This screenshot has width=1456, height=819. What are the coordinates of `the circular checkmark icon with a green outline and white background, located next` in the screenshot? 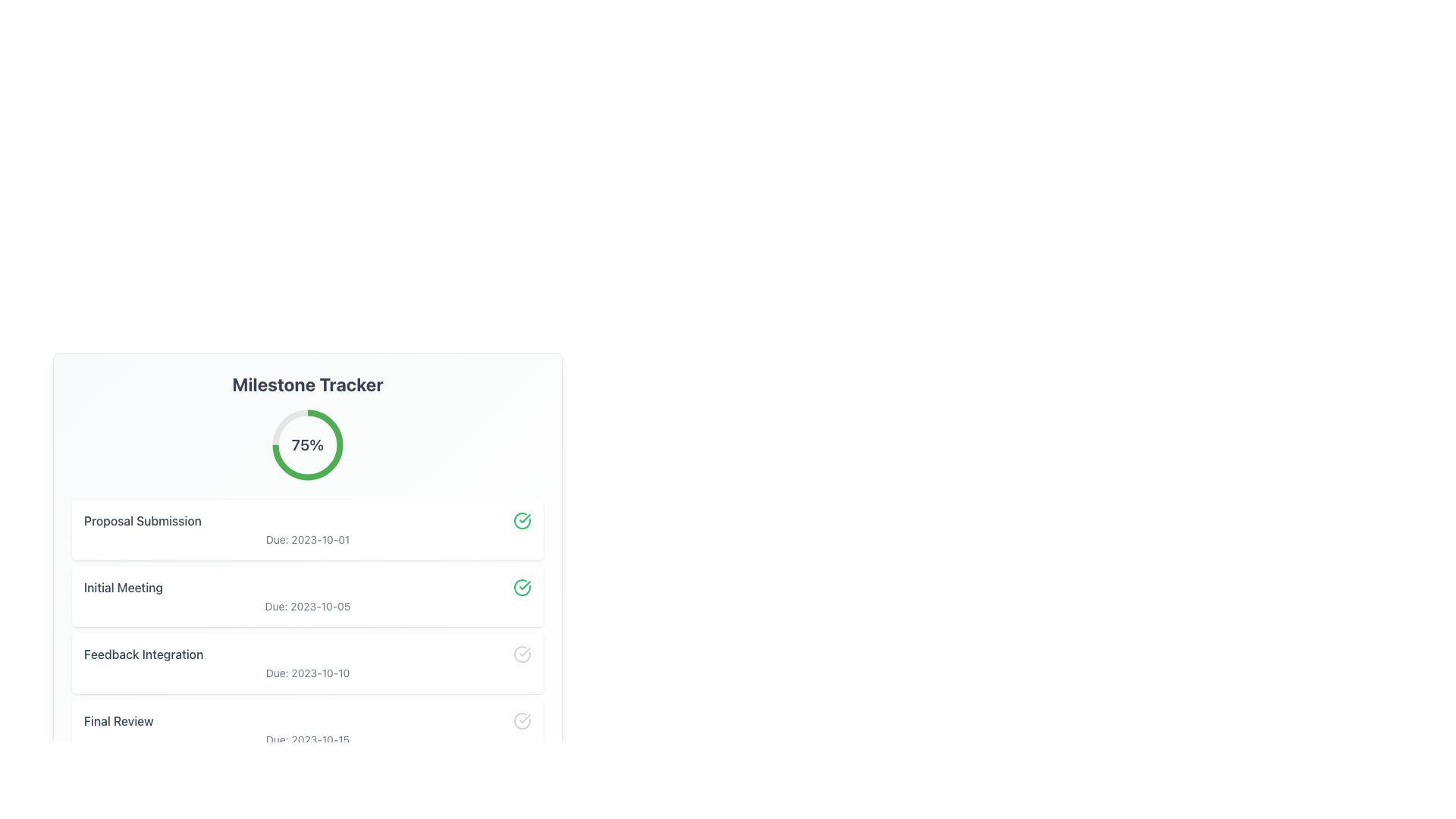 It's located at (522, 519).